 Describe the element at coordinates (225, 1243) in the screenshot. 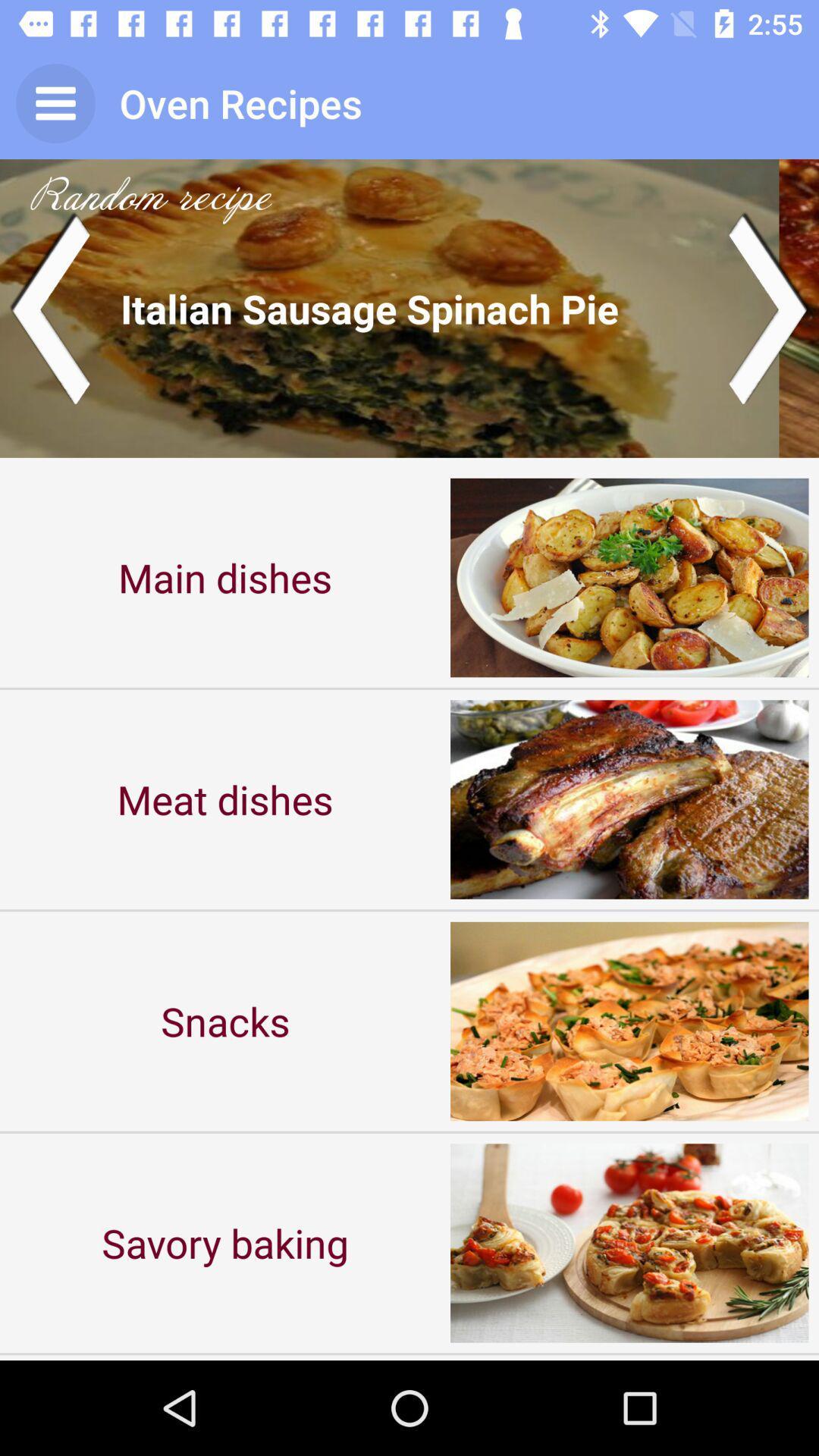

I see `savory baking icon` at that location.